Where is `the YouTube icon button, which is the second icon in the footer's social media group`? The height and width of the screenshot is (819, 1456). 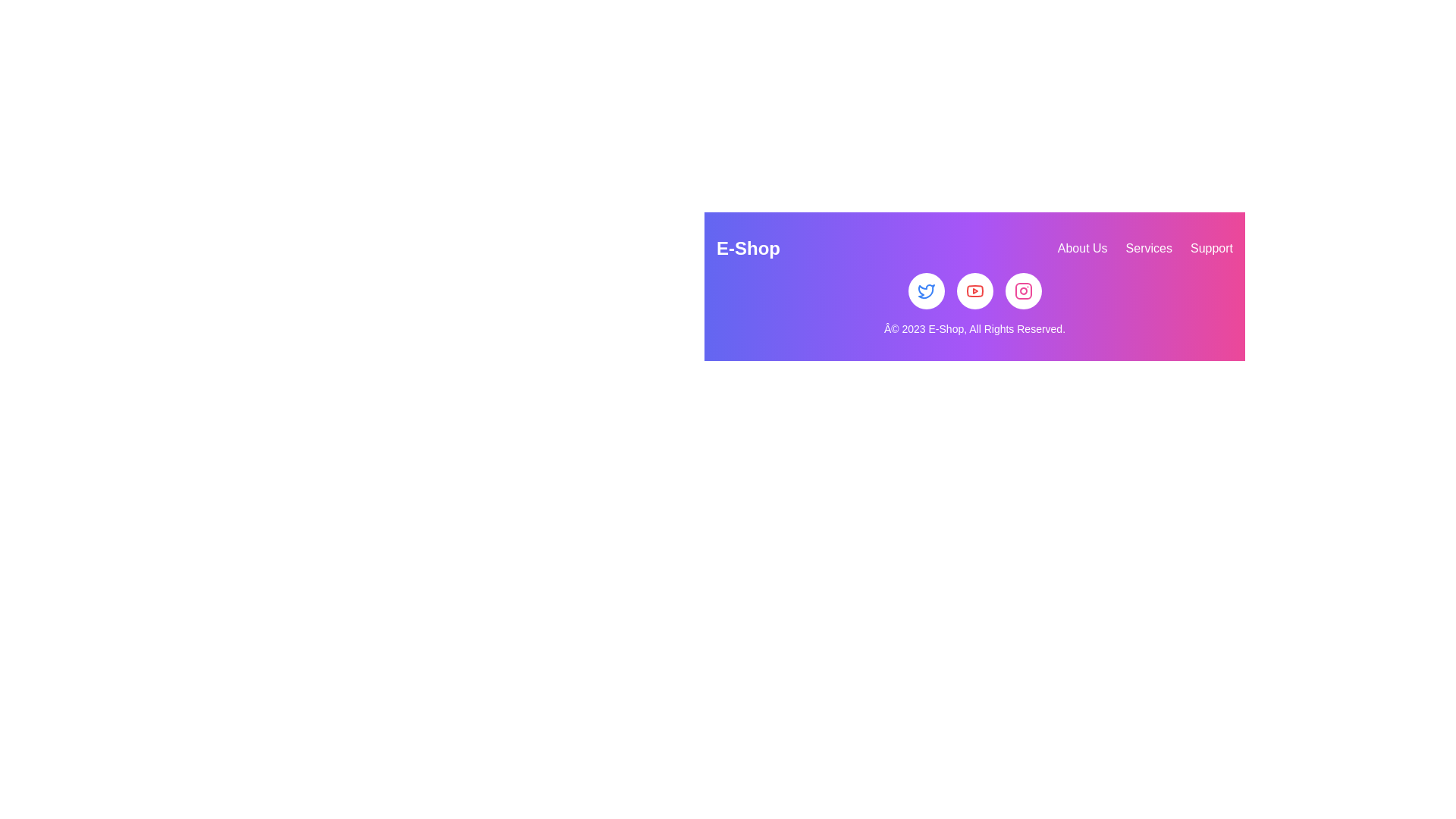
the YouTube icon button, which is the second icon in the footer's social media group is located at coordinates (974, 291).